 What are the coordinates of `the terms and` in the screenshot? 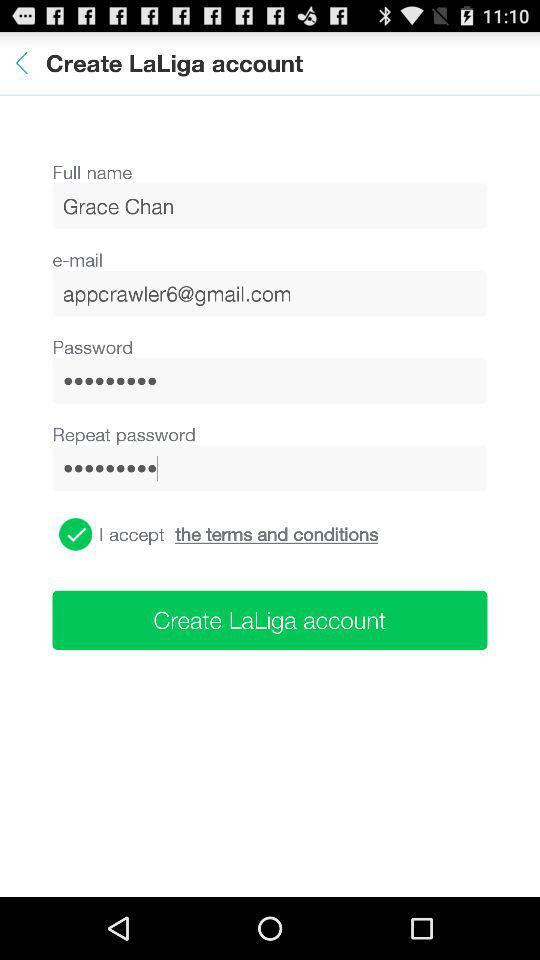 It's located at (275, 533).